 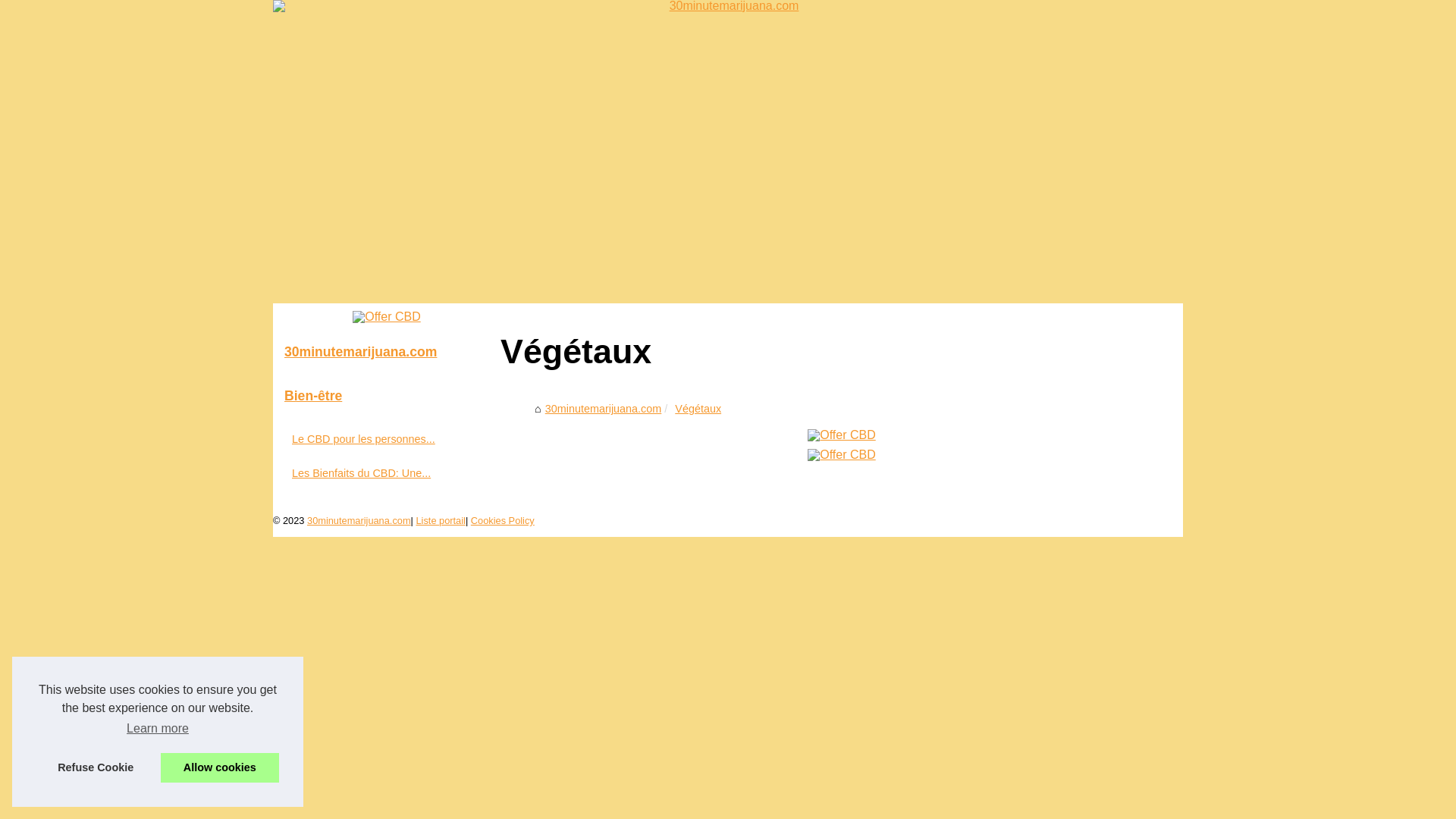 I want to click on 'Les Bienfaits du CBD: Une...', so click(x=287, y=472).